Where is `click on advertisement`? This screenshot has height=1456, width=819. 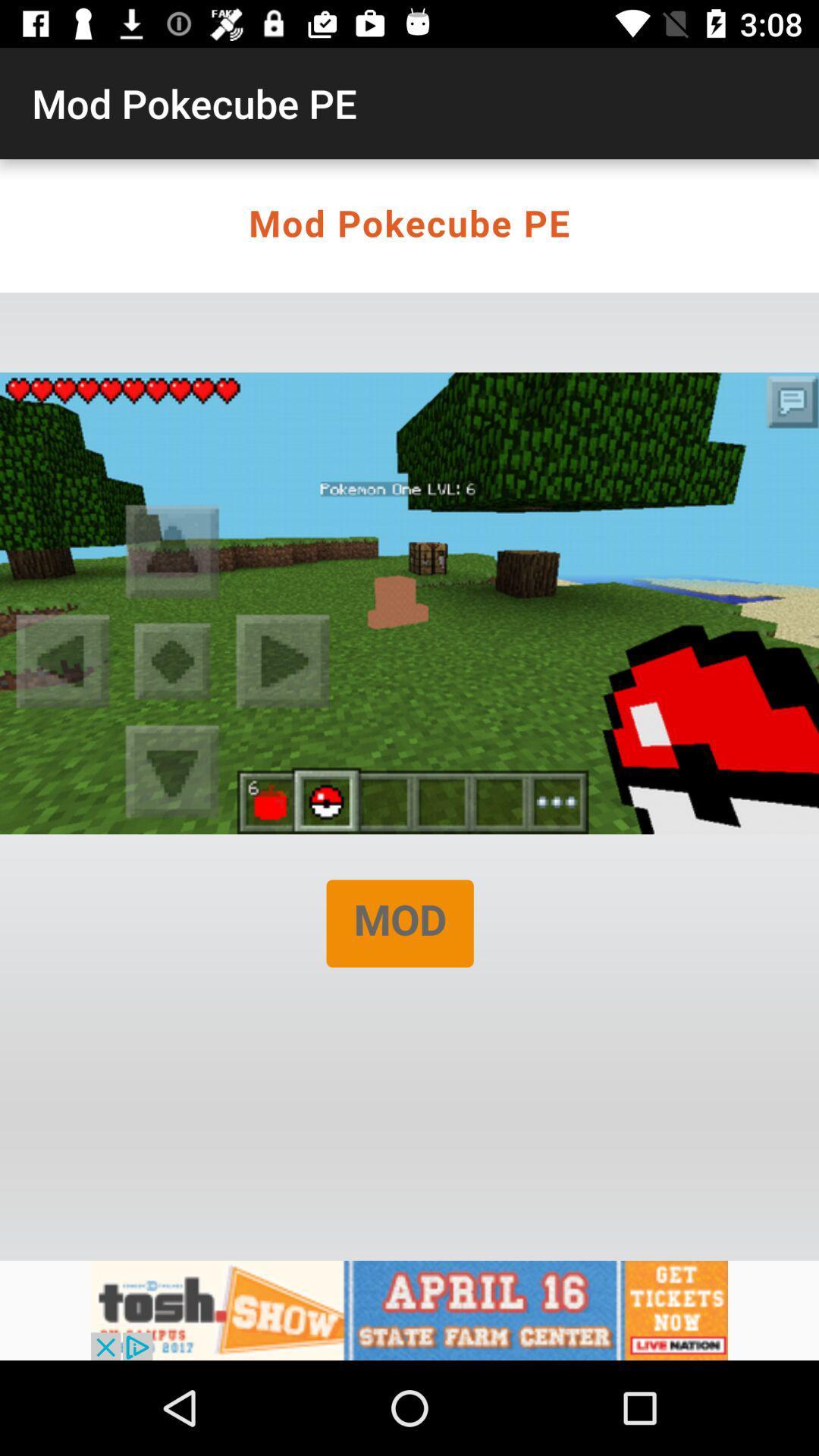 click on advertisement is located at coordinates (409, 1310).